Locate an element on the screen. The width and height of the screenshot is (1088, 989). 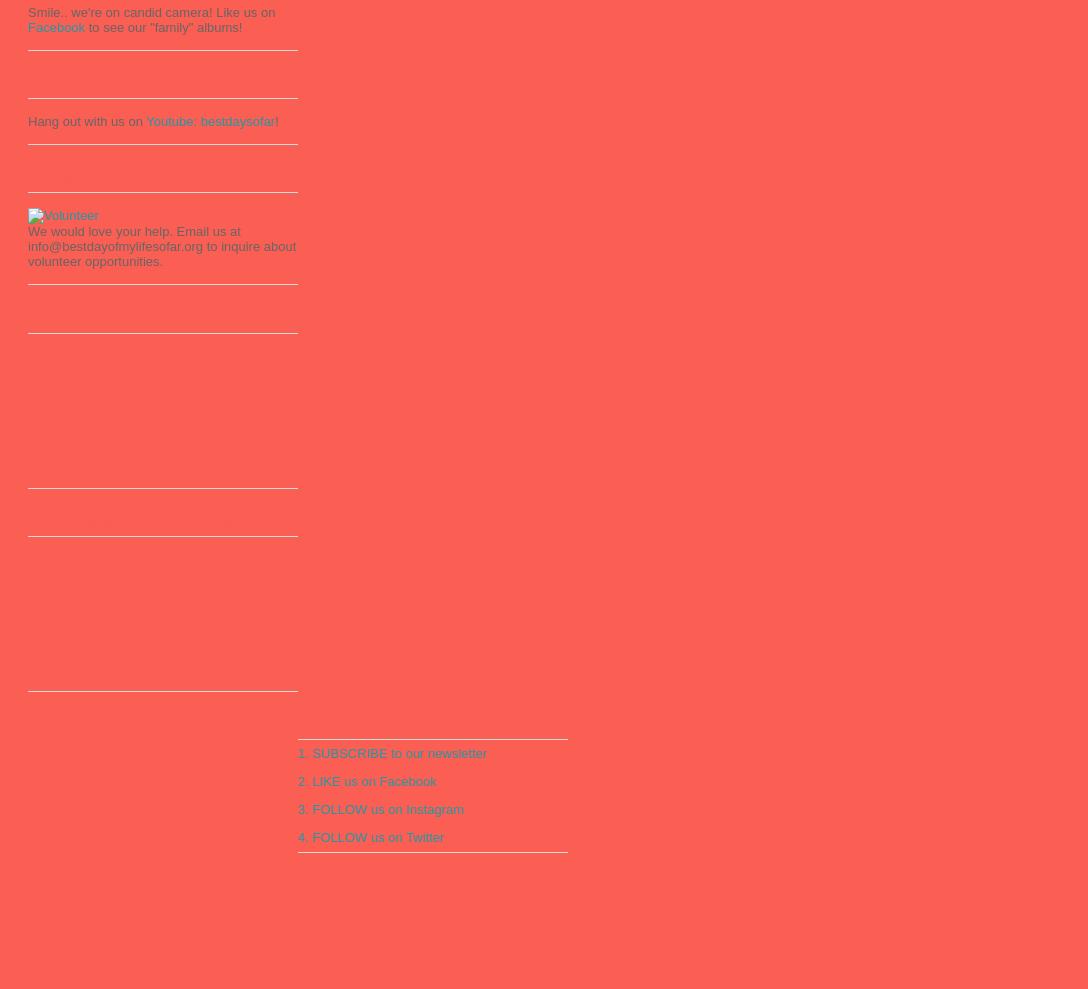
'Playlist - Our Seniors Say Hi!' is located at coordinates (27, 318).